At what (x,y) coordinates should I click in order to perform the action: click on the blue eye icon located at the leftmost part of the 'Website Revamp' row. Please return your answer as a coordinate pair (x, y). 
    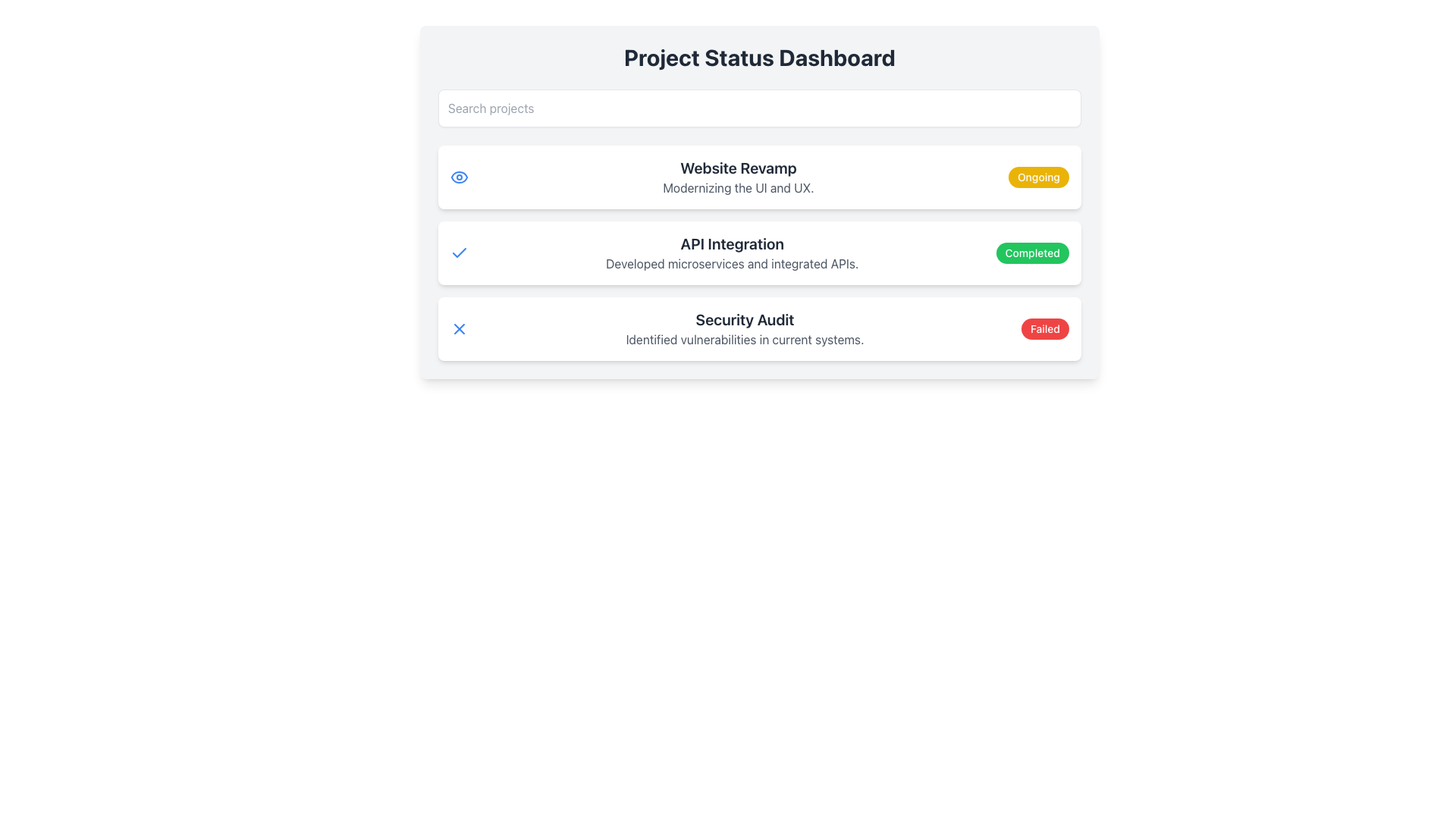
    Looking at the image, I should click on (458, 177).